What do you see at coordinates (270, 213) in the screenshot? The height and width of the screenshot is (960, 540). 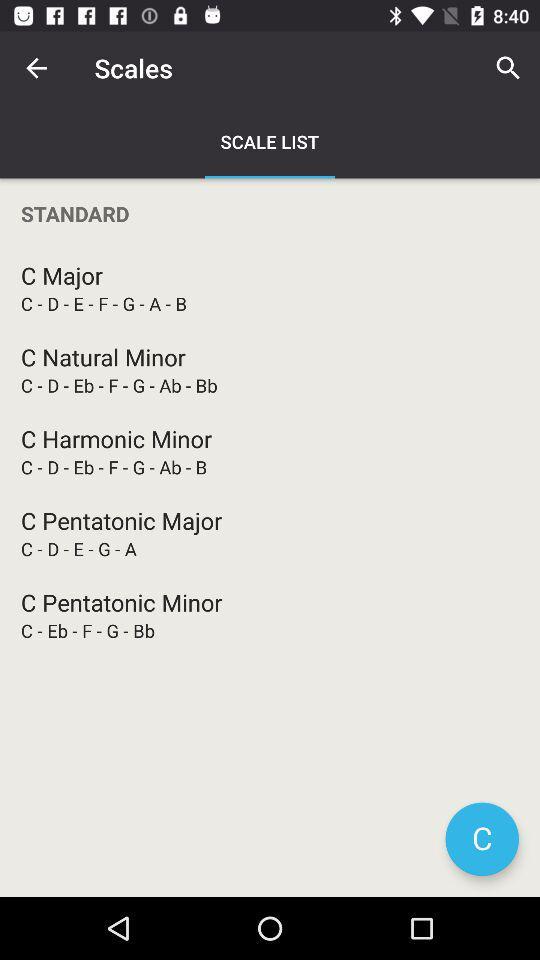 I see `standard item` at bounding box center [270, 213].